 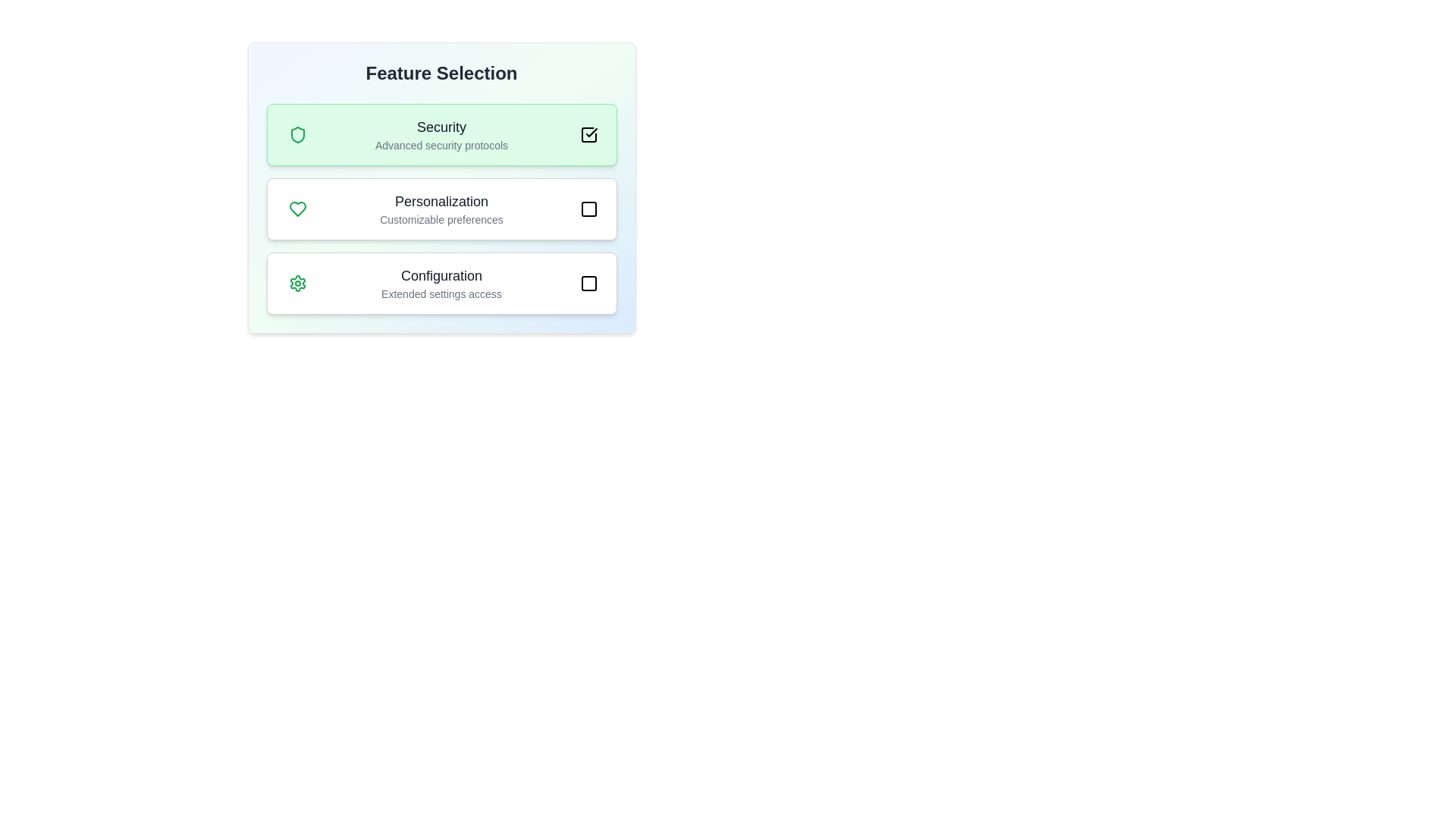 I want to click on the green gear icon representing the settings option in the Configuration section, so click(x=297, y=284).